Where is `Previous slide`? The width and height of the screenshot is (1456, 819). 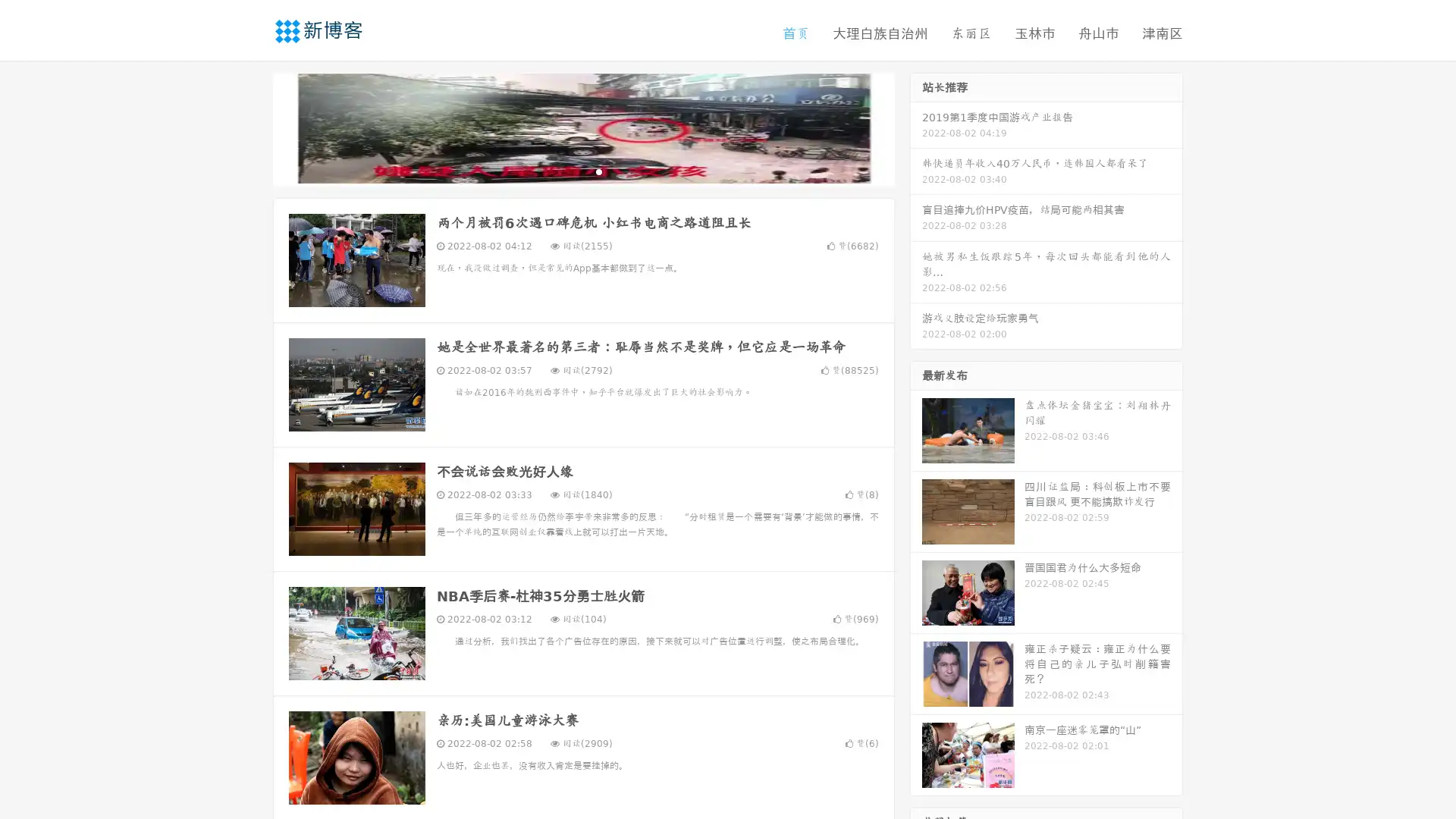 Previous slide is located at coordinates (250, 127).